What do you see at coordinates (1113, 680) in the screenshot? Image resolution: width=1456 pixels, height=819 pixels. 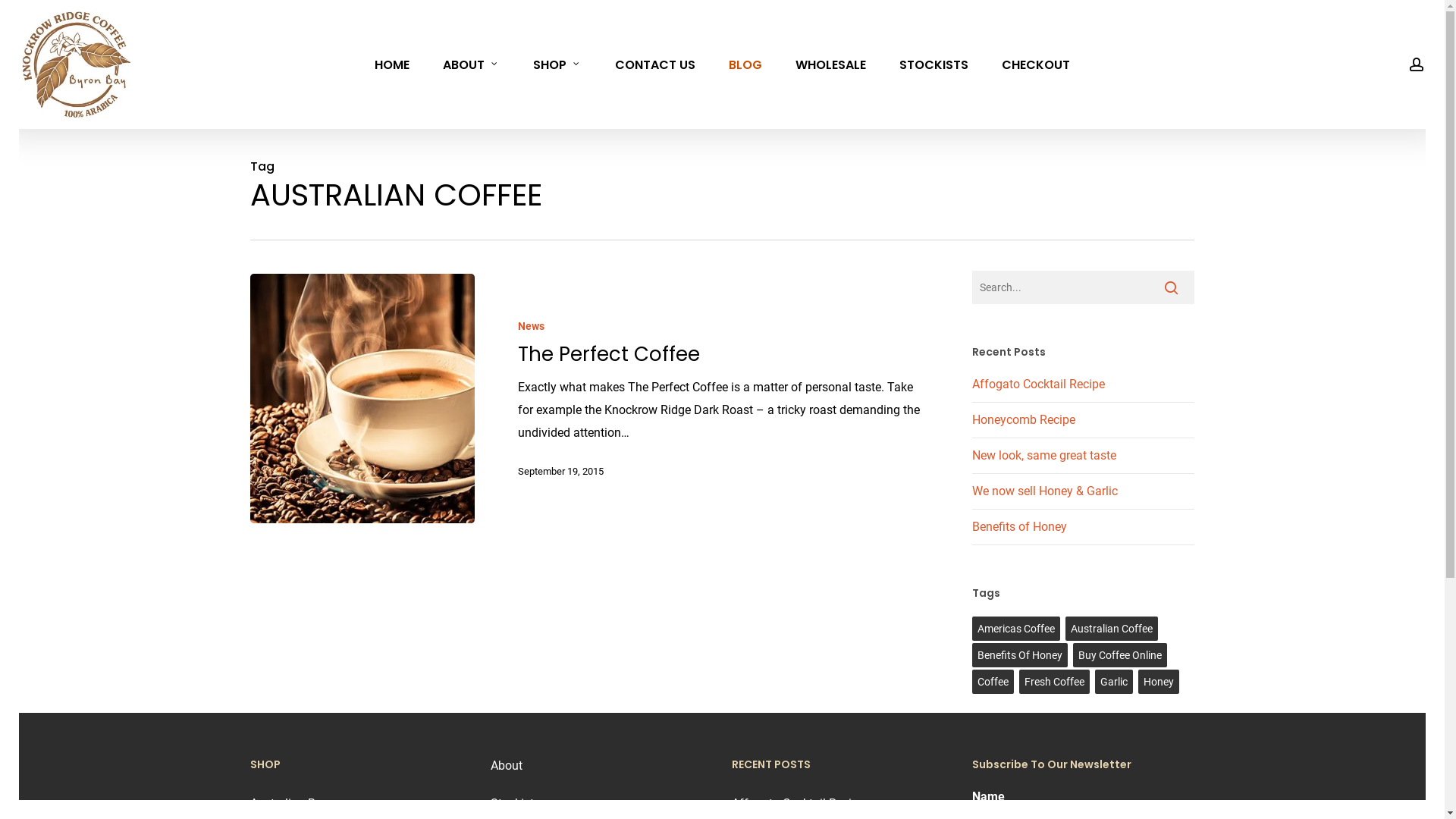 I see `'Garlic'` at bounding box center [1113, 680].